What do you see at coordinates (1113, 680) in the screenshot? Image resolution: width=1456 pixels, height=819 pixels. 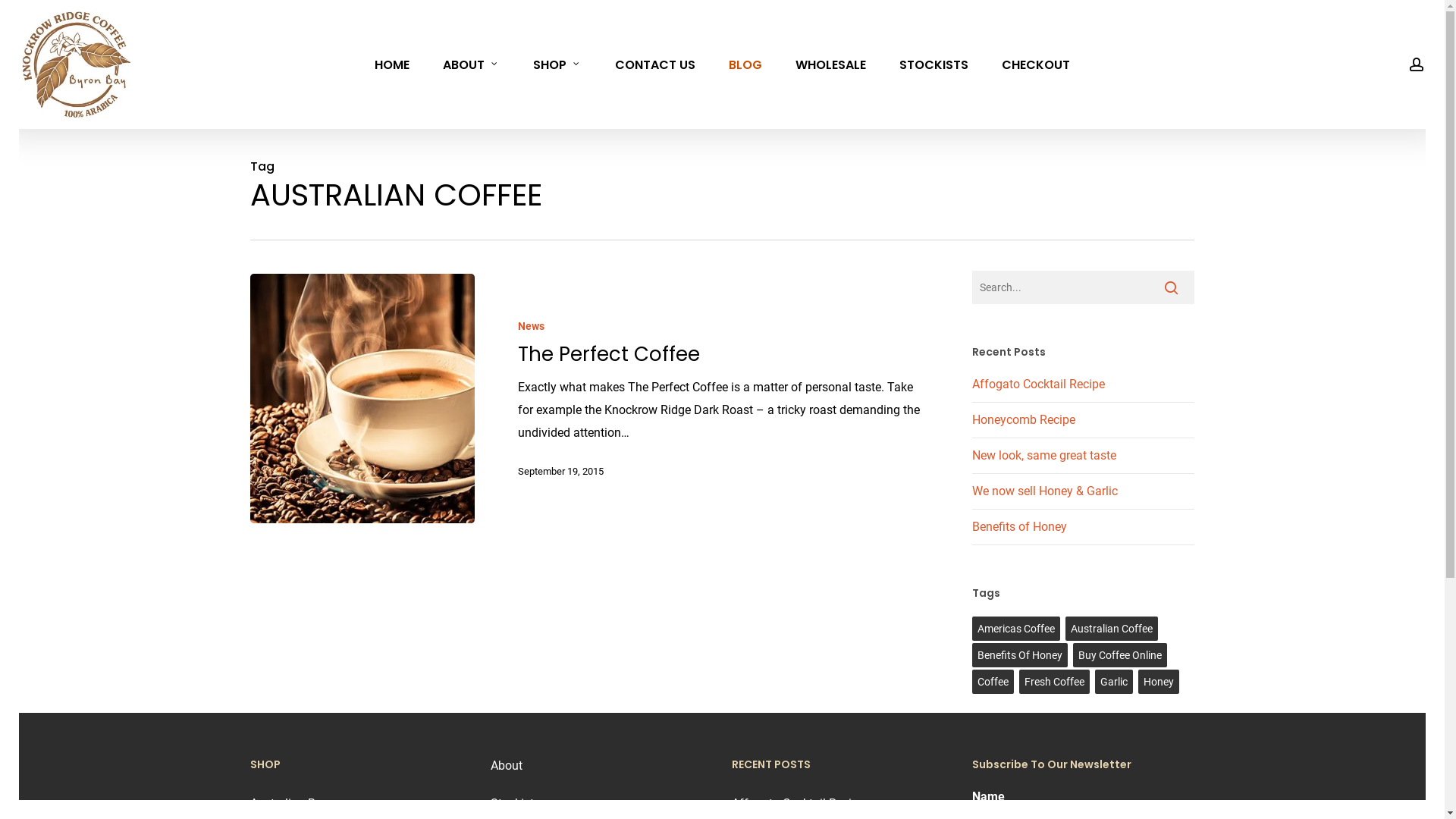 I see `'Garlic'` at bounding box center [1113, 680].